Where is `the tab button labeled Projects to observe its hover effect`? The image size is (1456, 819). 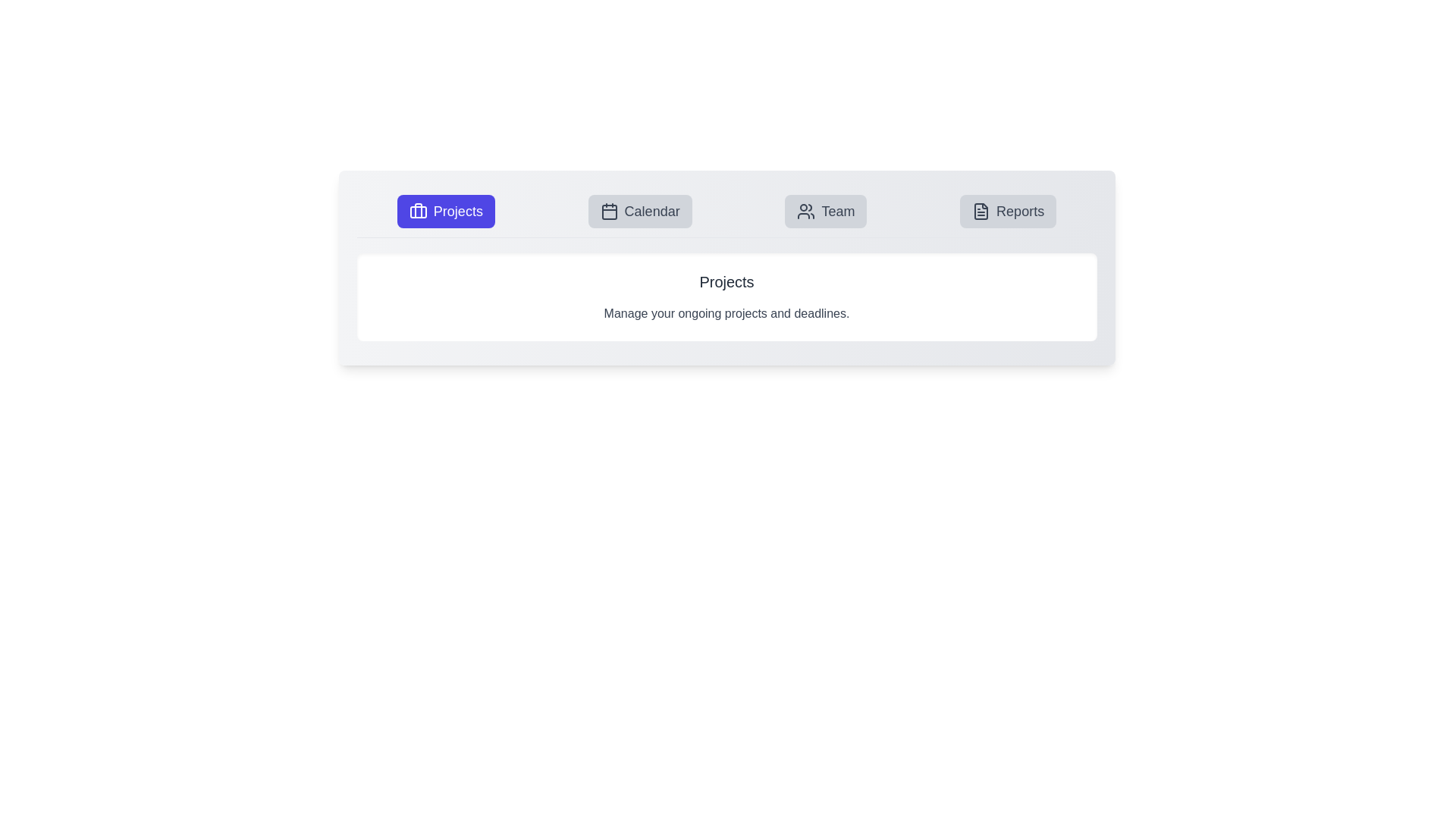
the tab button labeled Projects to observe its hover effect is located at coordinates (445, 211).